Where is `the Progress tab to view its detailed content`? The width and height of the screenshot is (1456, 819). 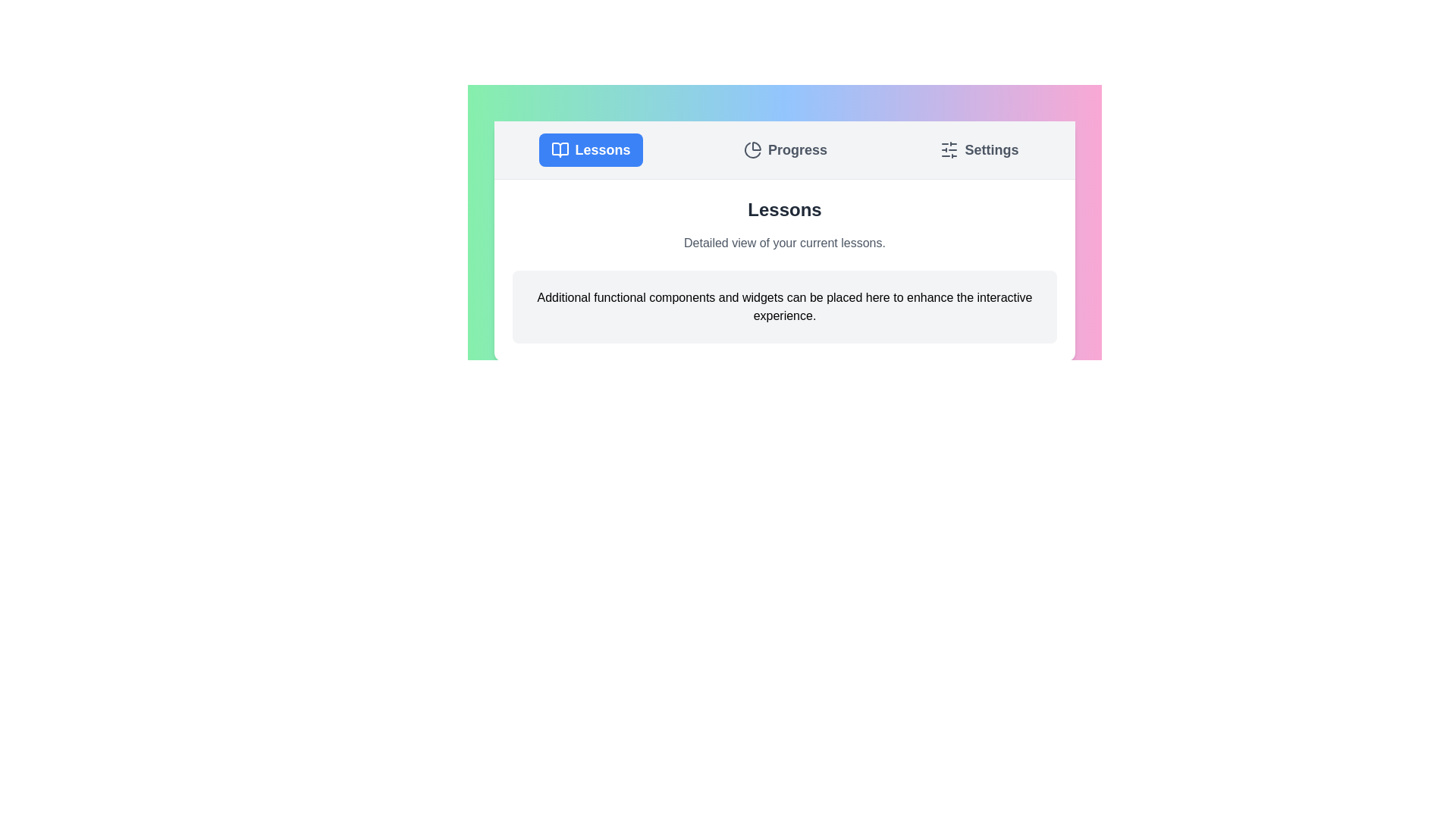
the Progress tab to view its detailed content is located at coordinates (785, 149).